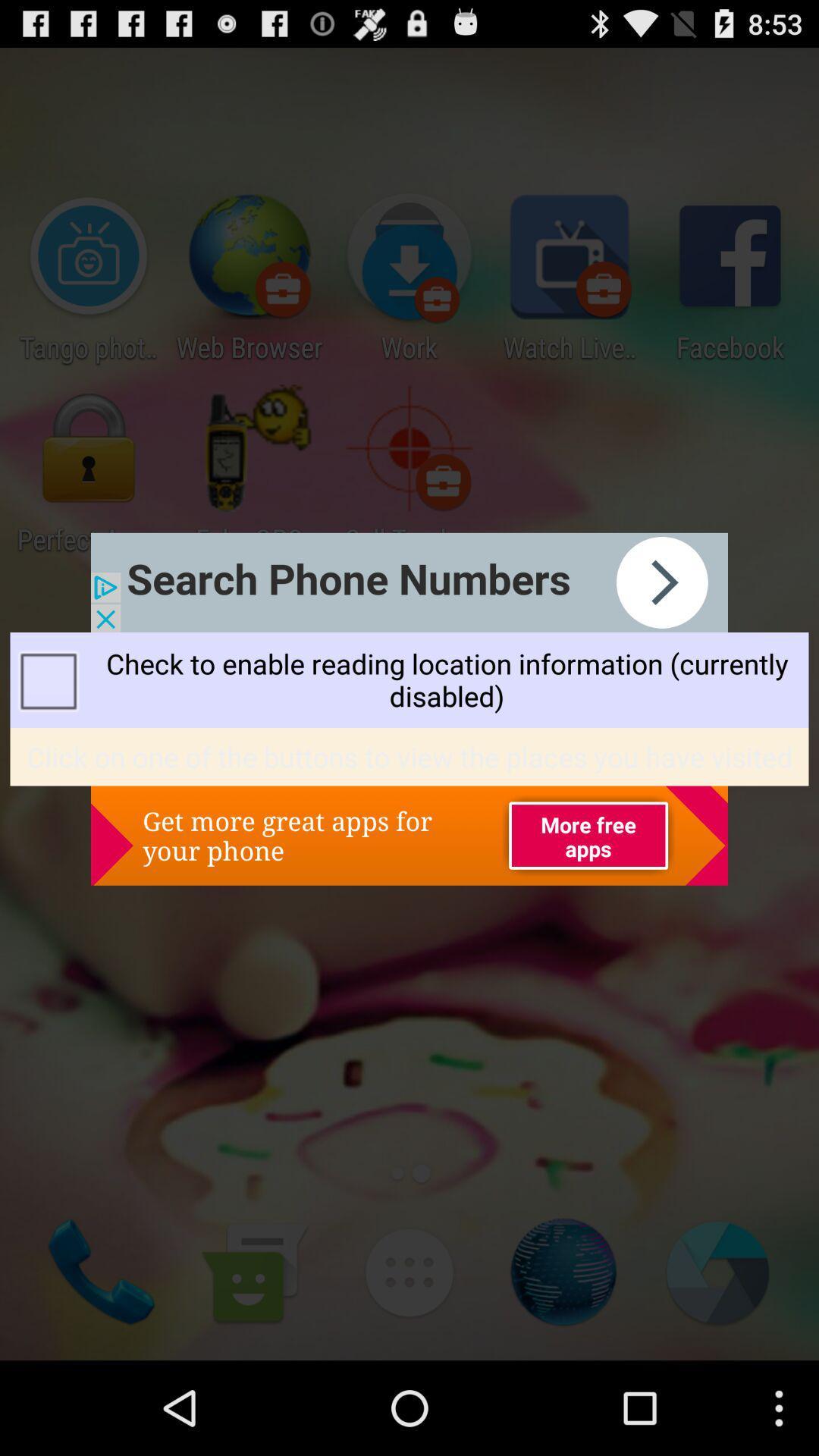 The width and height of the screenshot is (819, 1456). I want to click on banner, so click(409, 582).